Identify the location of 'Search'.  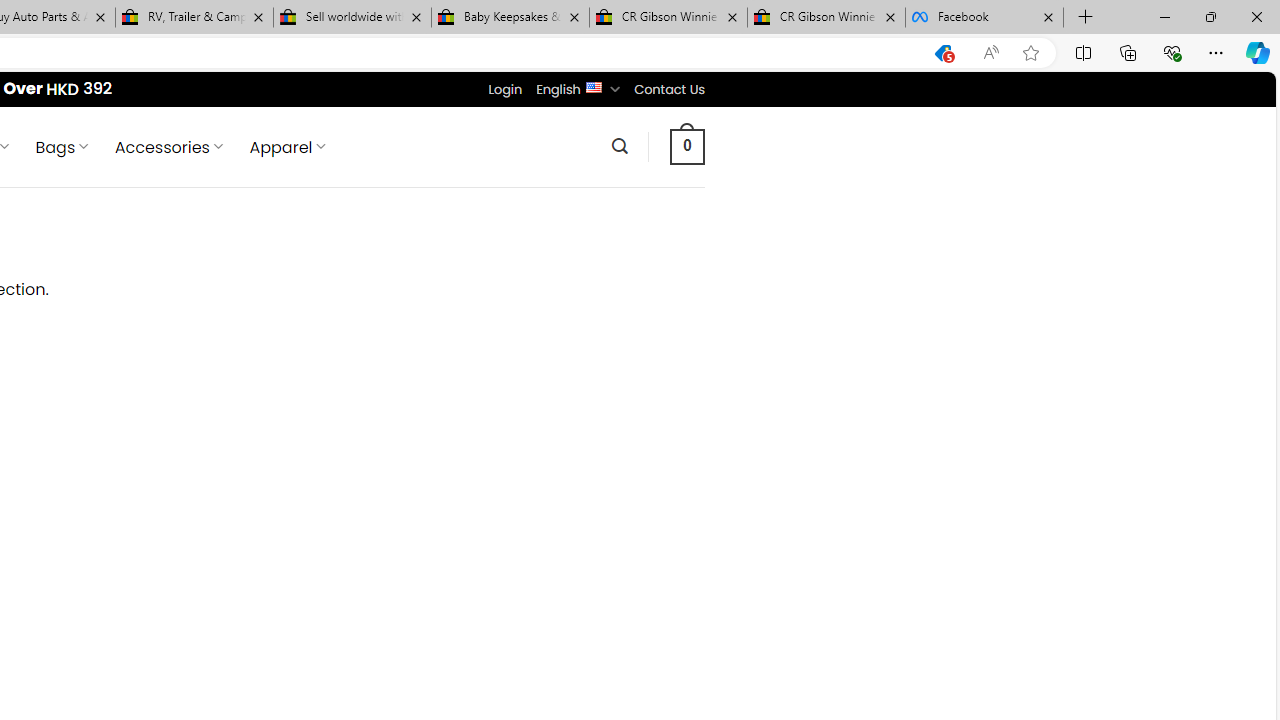
(618, 145).